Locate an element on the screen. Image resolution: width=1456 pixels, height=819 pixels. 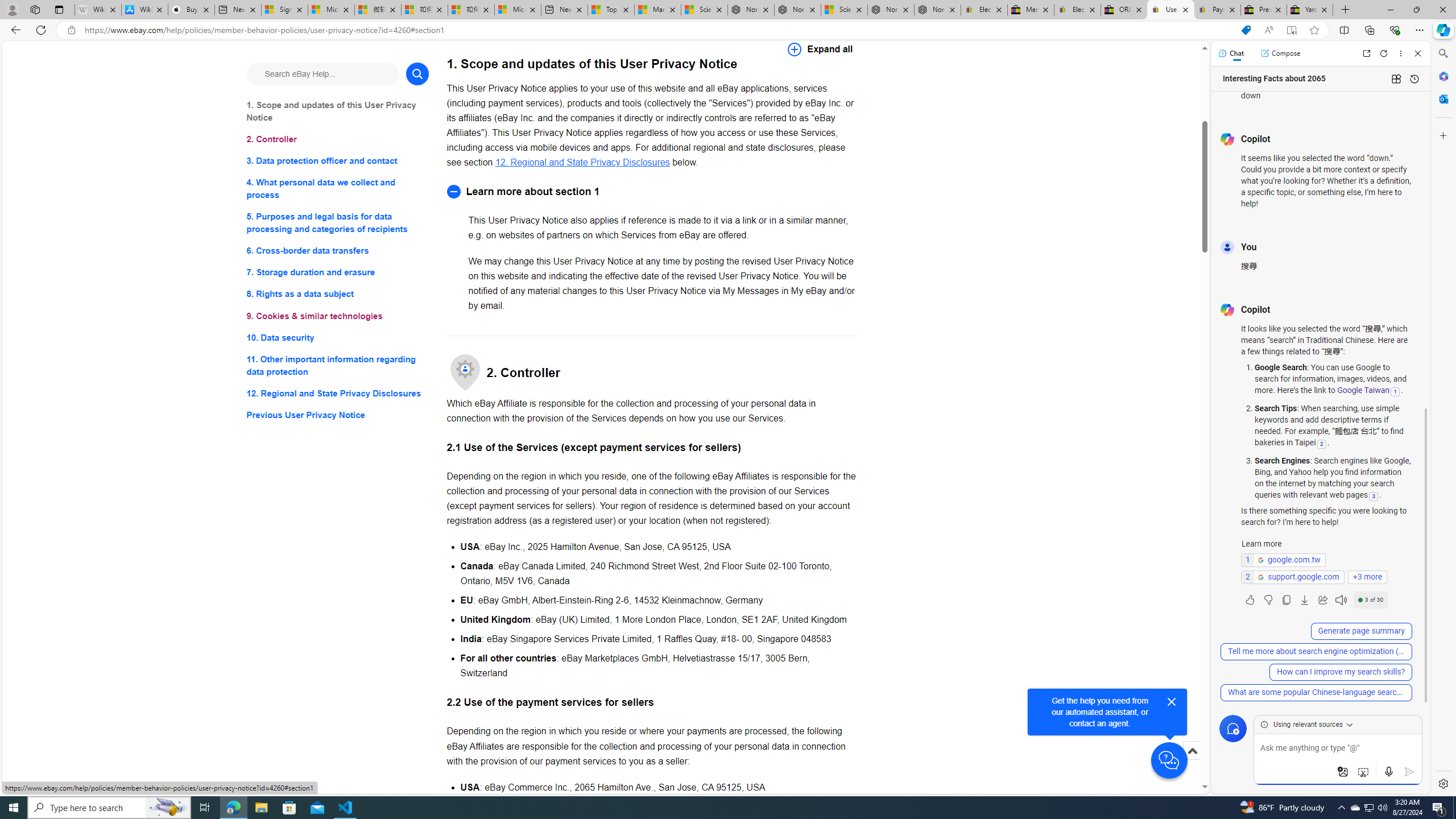
'3. Data protection officer and contact' is located at coordinates (337, 161).